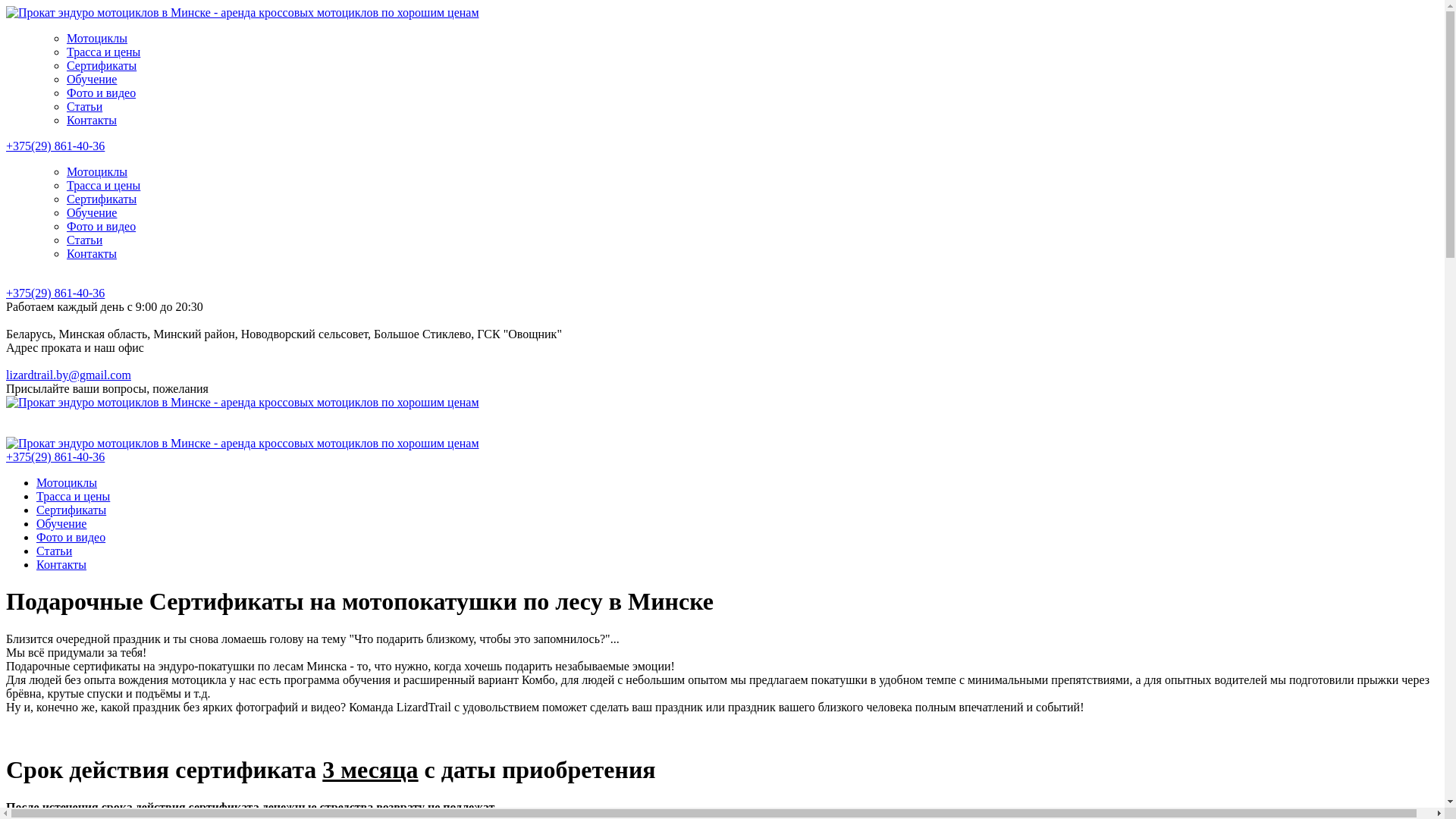 This screenshot has height=819, width=1456. What do you see at coordinates (55, 146) in the screenshot?
I see `'+375(29) 861-40-36'` at bounding box center [55, 146].